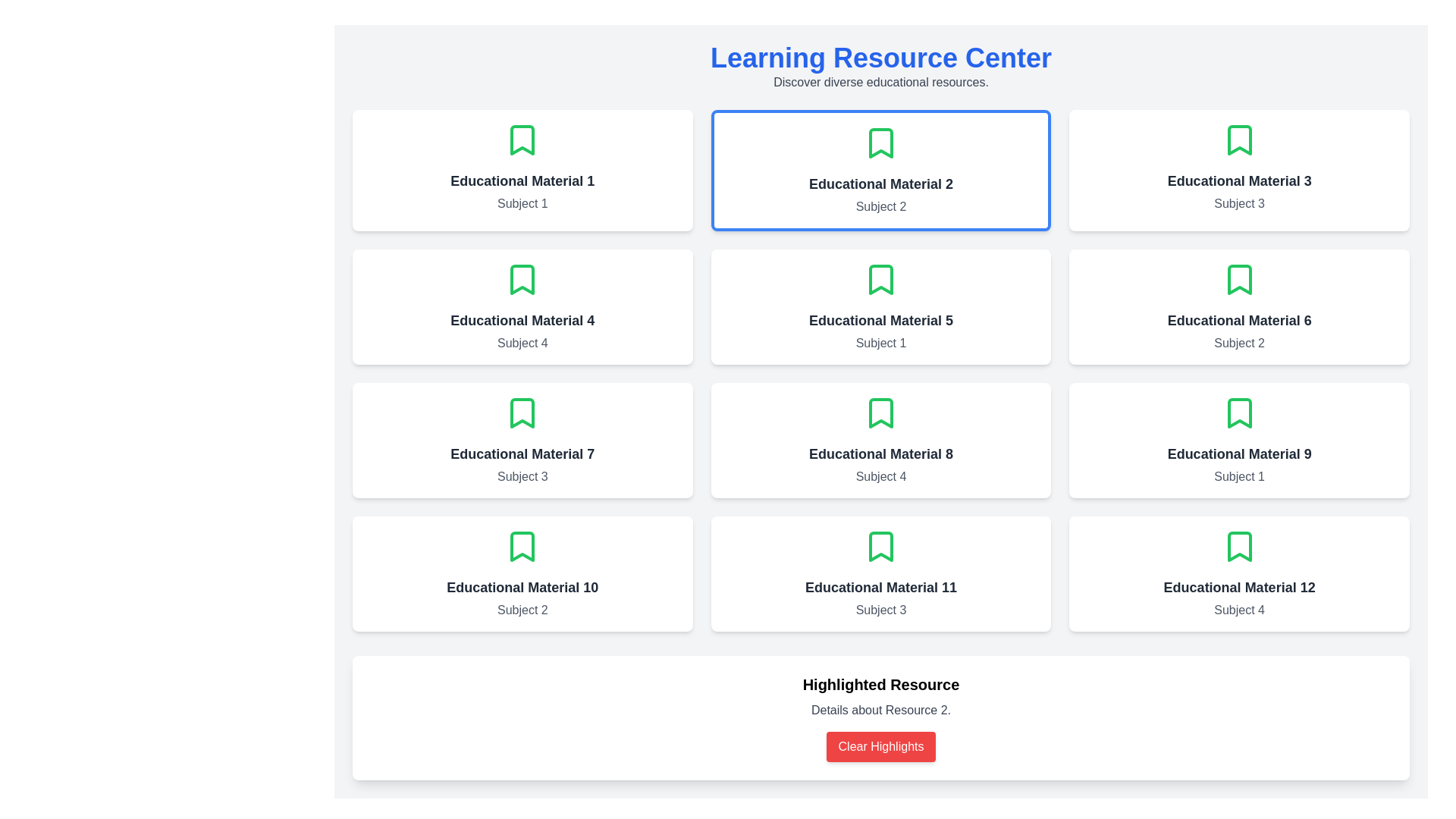 This screenshot has width=1456, height=819. Describe the element at coordinates (880, 184) in the screenshot. I see `the text label or heading that serves as a title for the educational resource in the second card of the first row, positioned below the green bookmark icon and above the subject text` at that location.